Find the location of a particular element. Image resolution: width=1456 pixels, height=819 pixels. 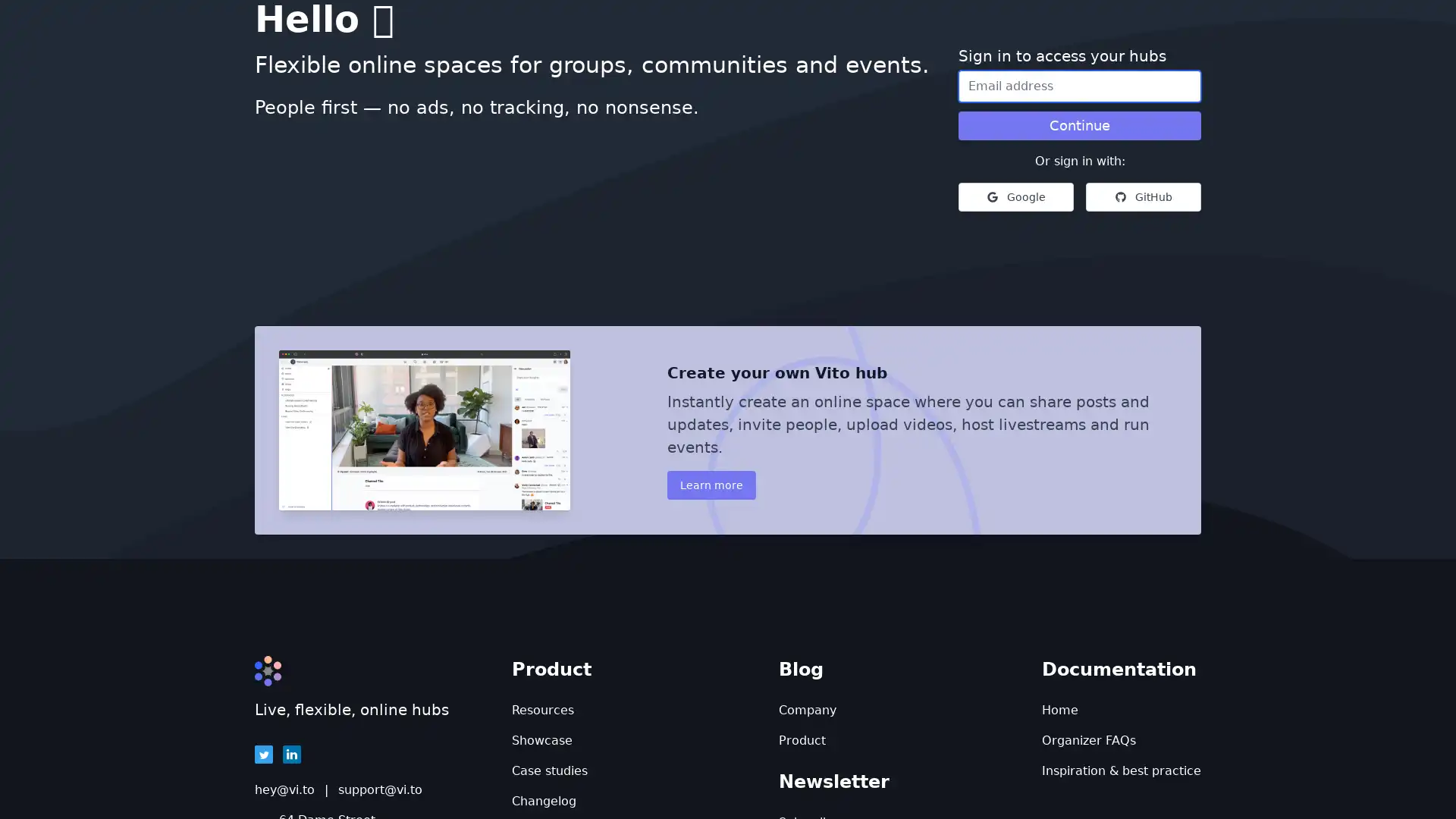

Continue is located at coordinates (1079, 124).